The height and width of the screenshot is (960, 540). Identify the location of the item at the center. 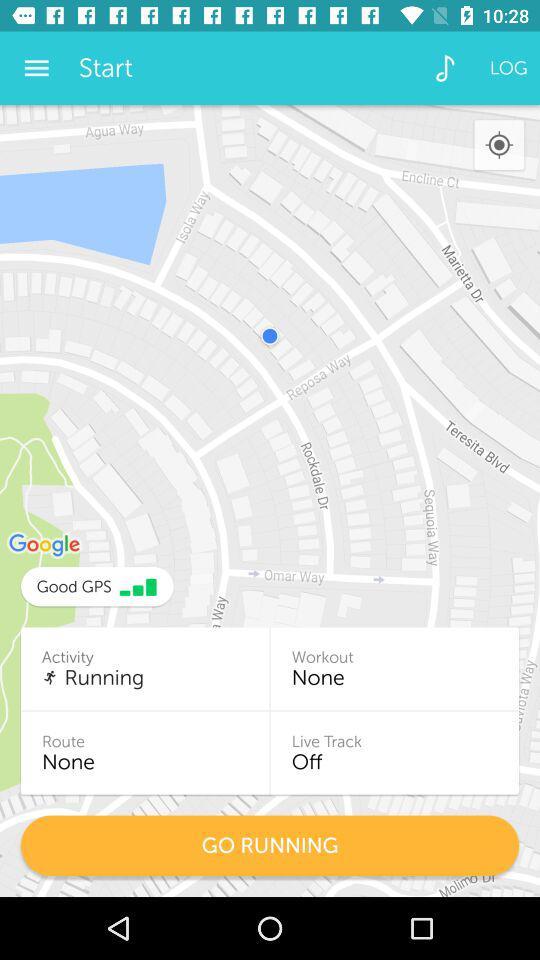
(270, 500).